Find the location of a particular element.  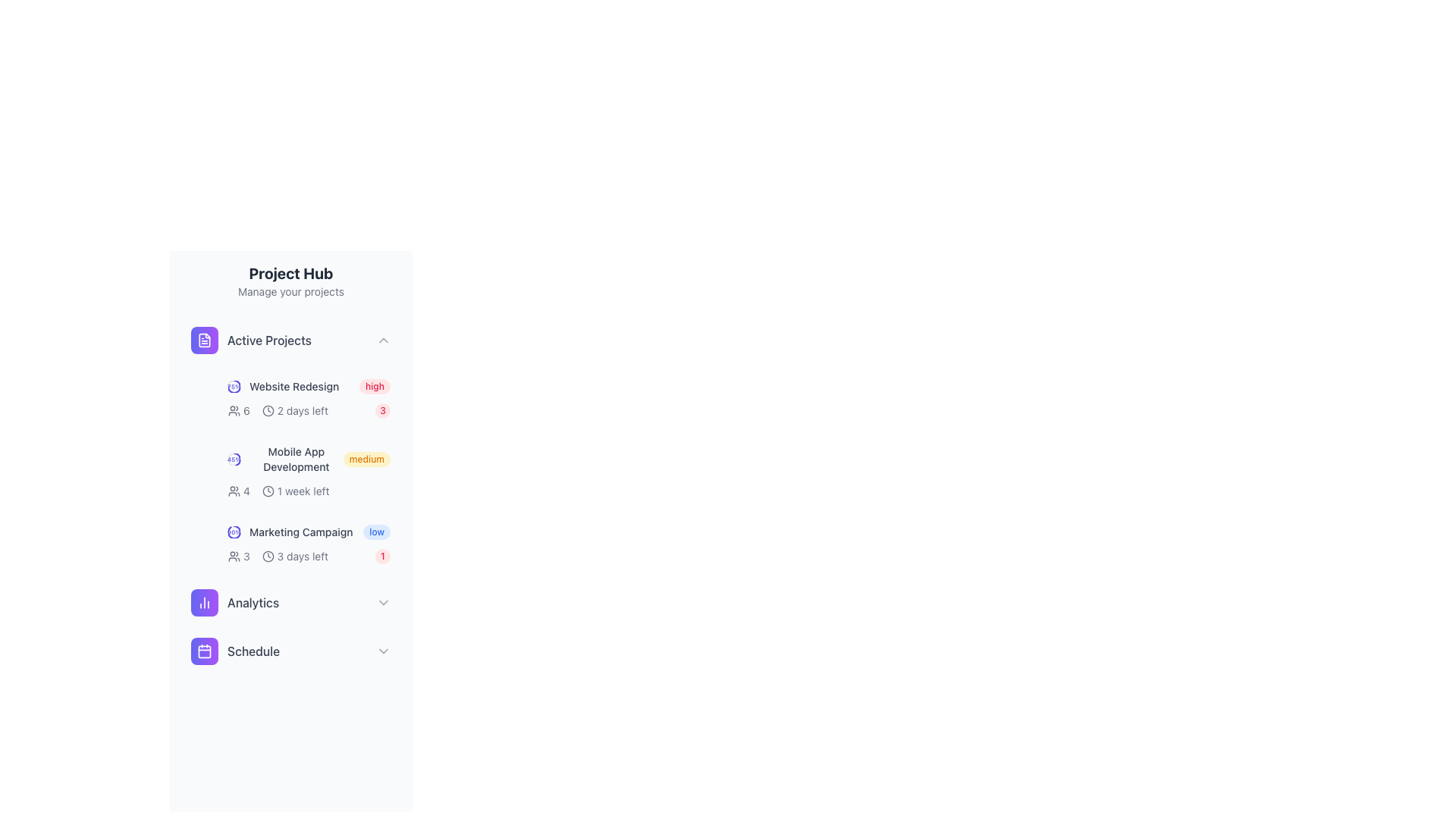

the Project list item labeled 'Mobile App Development' which is the second item in the 'Active Projects' list is located at coordinates (309, 470).